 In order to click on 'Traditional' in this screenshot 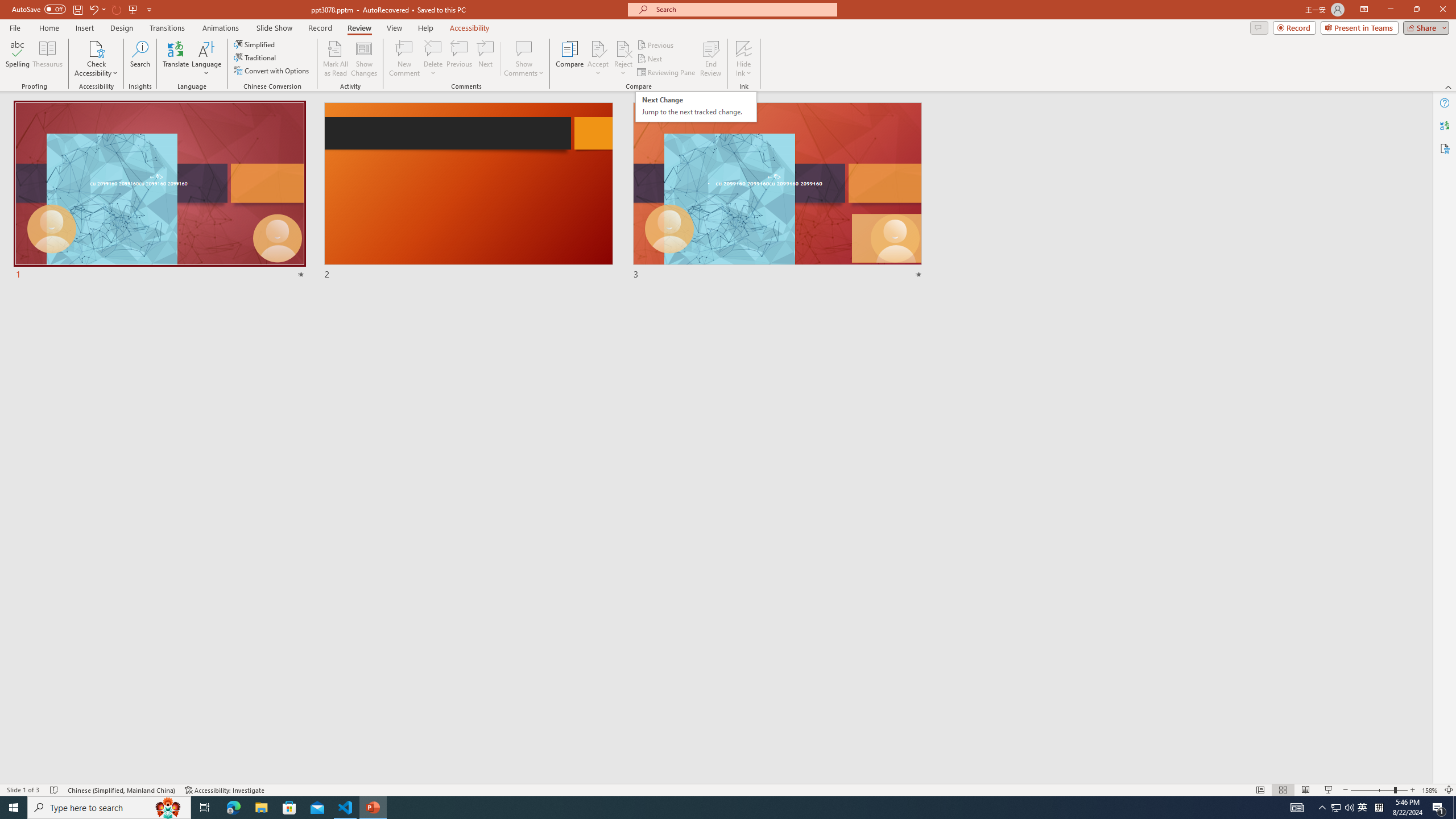, I will do `click(255, 56)`.